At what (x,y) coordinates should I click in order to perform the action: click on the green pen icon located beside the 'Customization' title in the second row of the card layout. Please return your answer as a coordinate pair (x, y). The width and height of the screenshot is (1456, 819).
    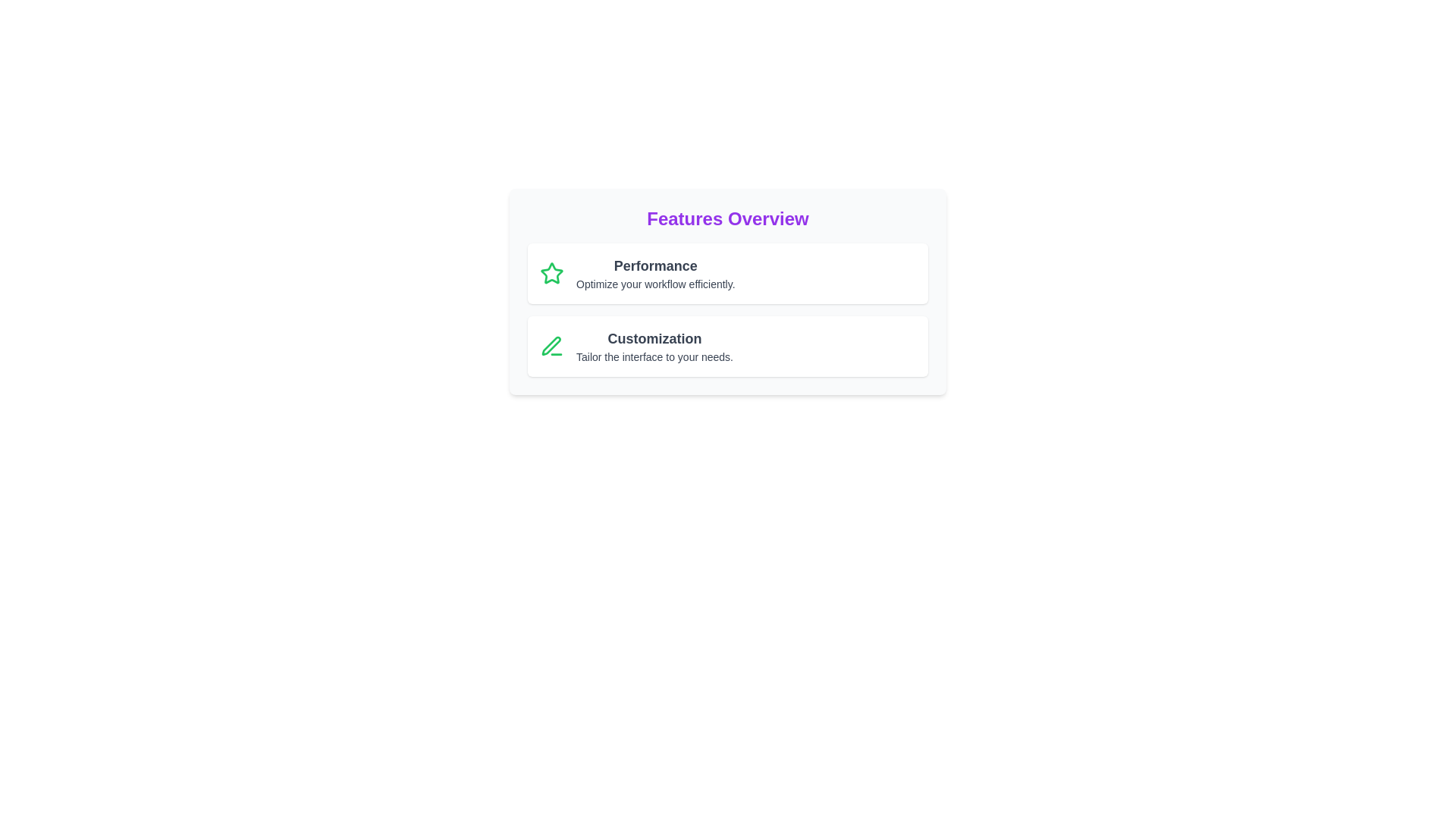
    Looking at the image, I should click on (551, 346).